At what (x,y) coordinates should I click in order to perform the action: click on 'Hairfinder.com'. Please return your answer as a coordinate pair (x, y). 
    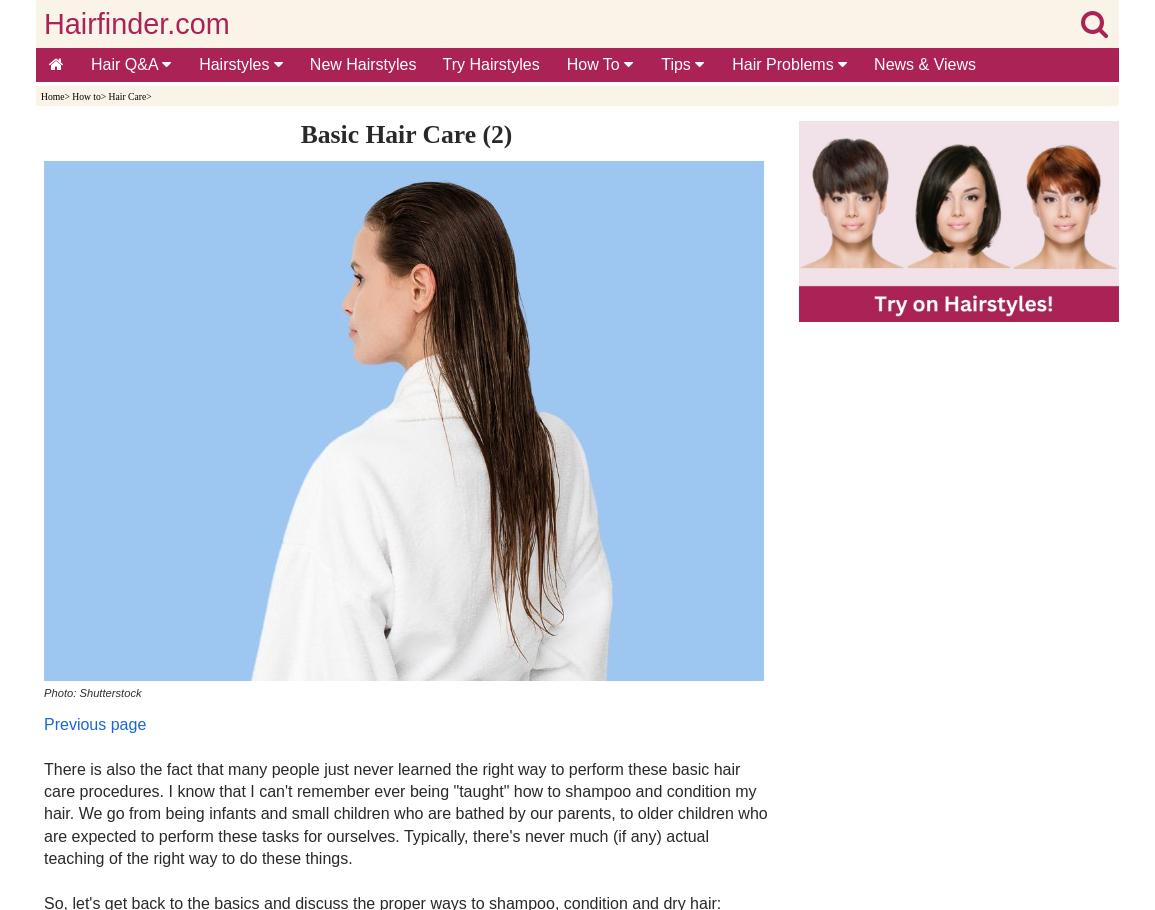
    Looking at the image, I should click on (136, 23).